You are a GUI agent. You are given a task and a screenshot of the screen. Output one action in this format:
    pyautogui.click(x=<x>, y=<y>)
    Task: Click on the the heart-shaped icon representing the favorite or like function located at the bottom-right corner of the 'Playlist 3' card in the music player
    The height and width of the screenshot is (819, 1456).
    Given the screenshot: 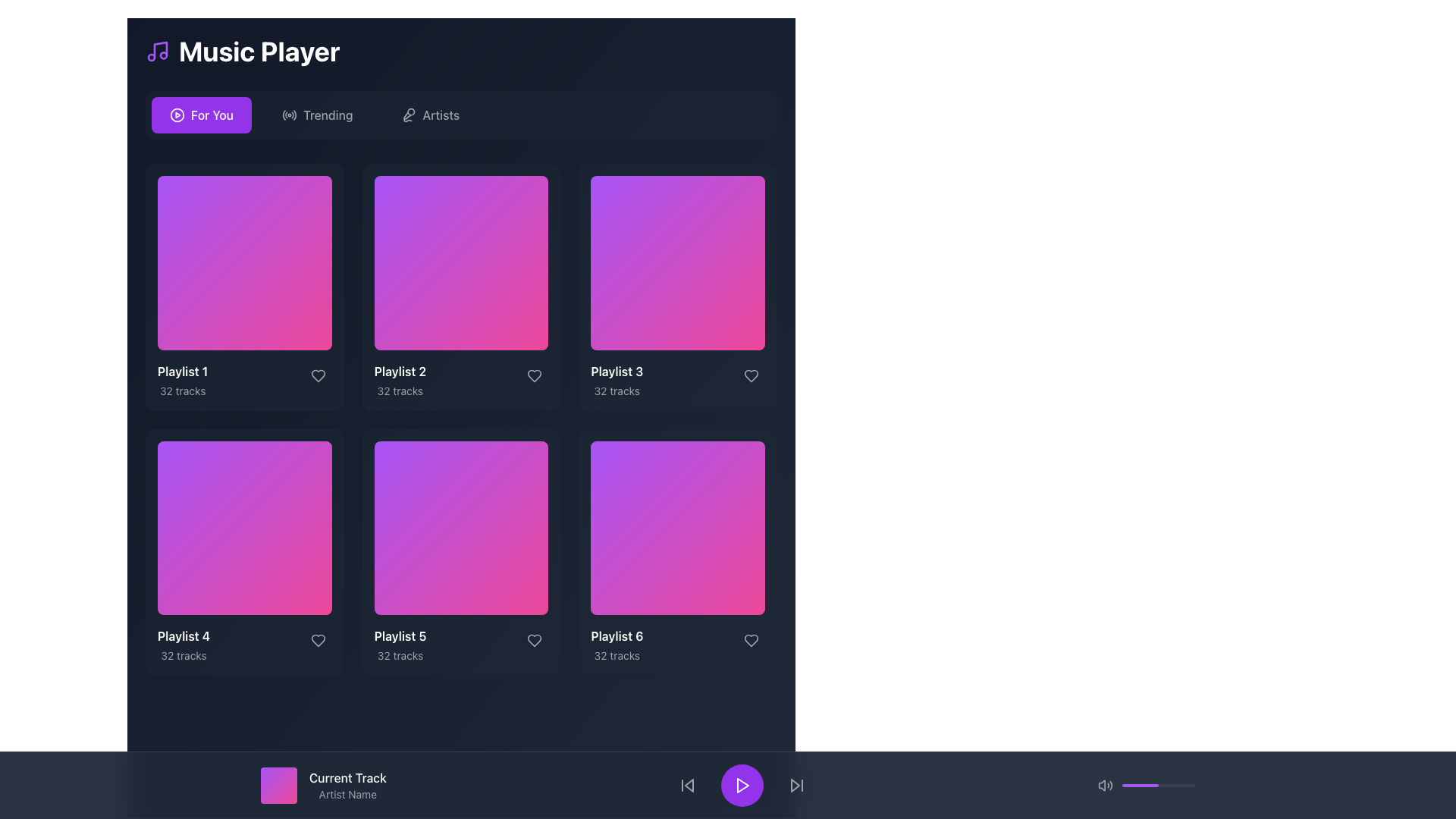 What is the action you would take?
    pyautogui.click(x=751, y=375)
    